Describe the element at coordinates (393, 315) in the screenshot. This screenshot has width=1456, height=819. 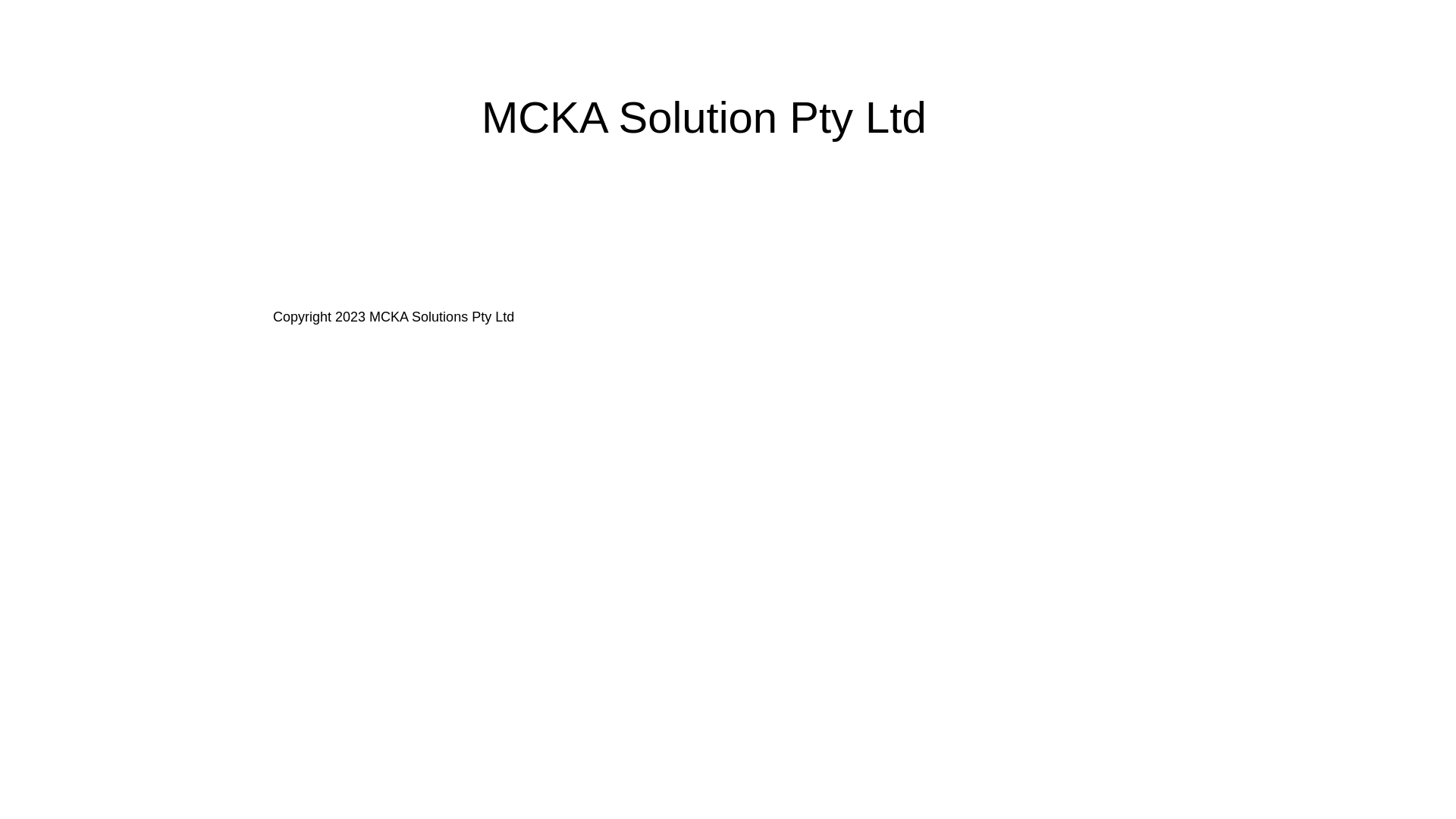
I see `'Copyright 2023 MCKA Solutions Pty Ltd'` at that location.